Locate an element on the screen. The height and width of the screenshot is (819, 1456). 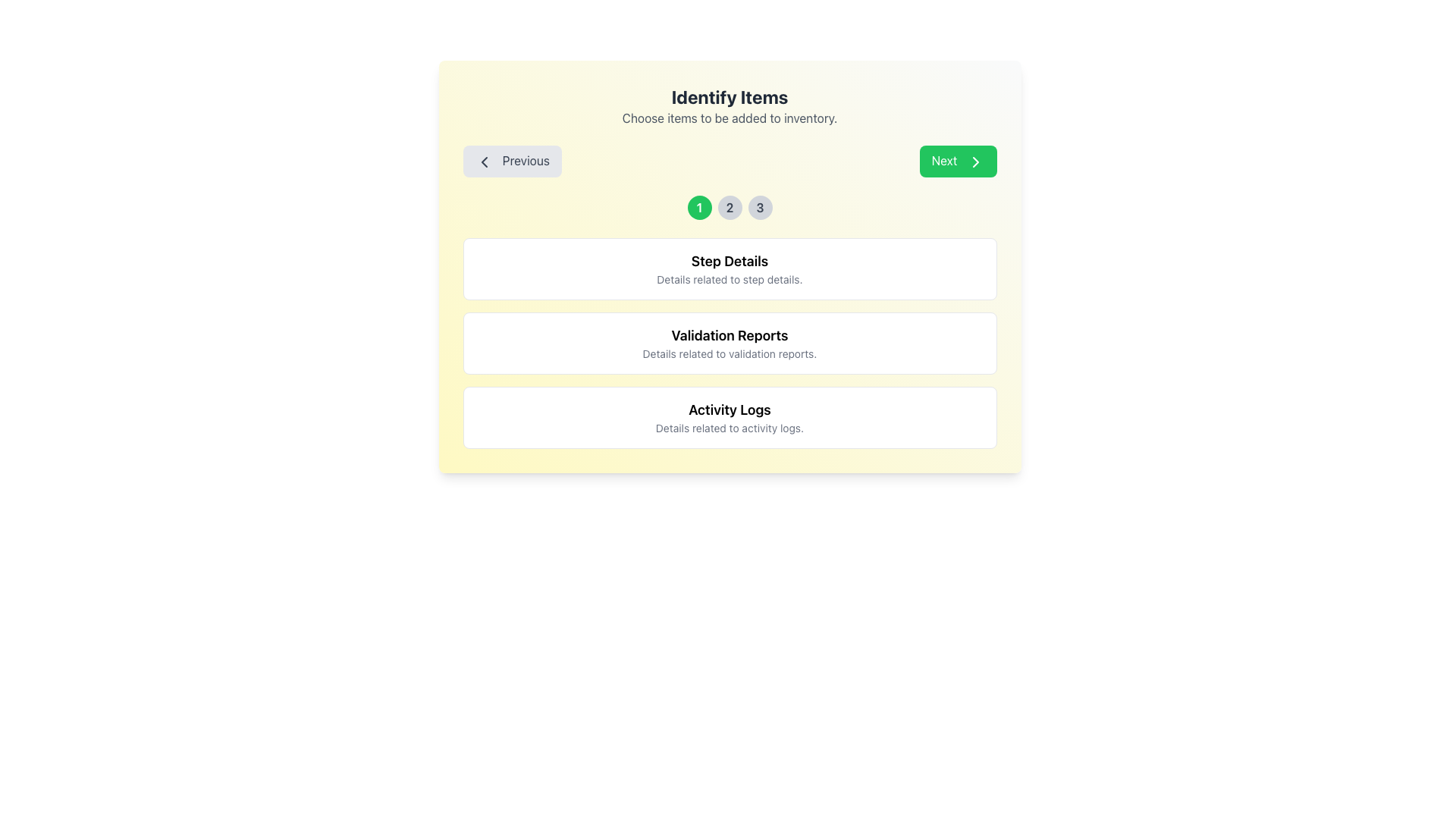
the second circular button in a sequence of three buttons to trigger any associated hover states is located at coordinates (730, 207).